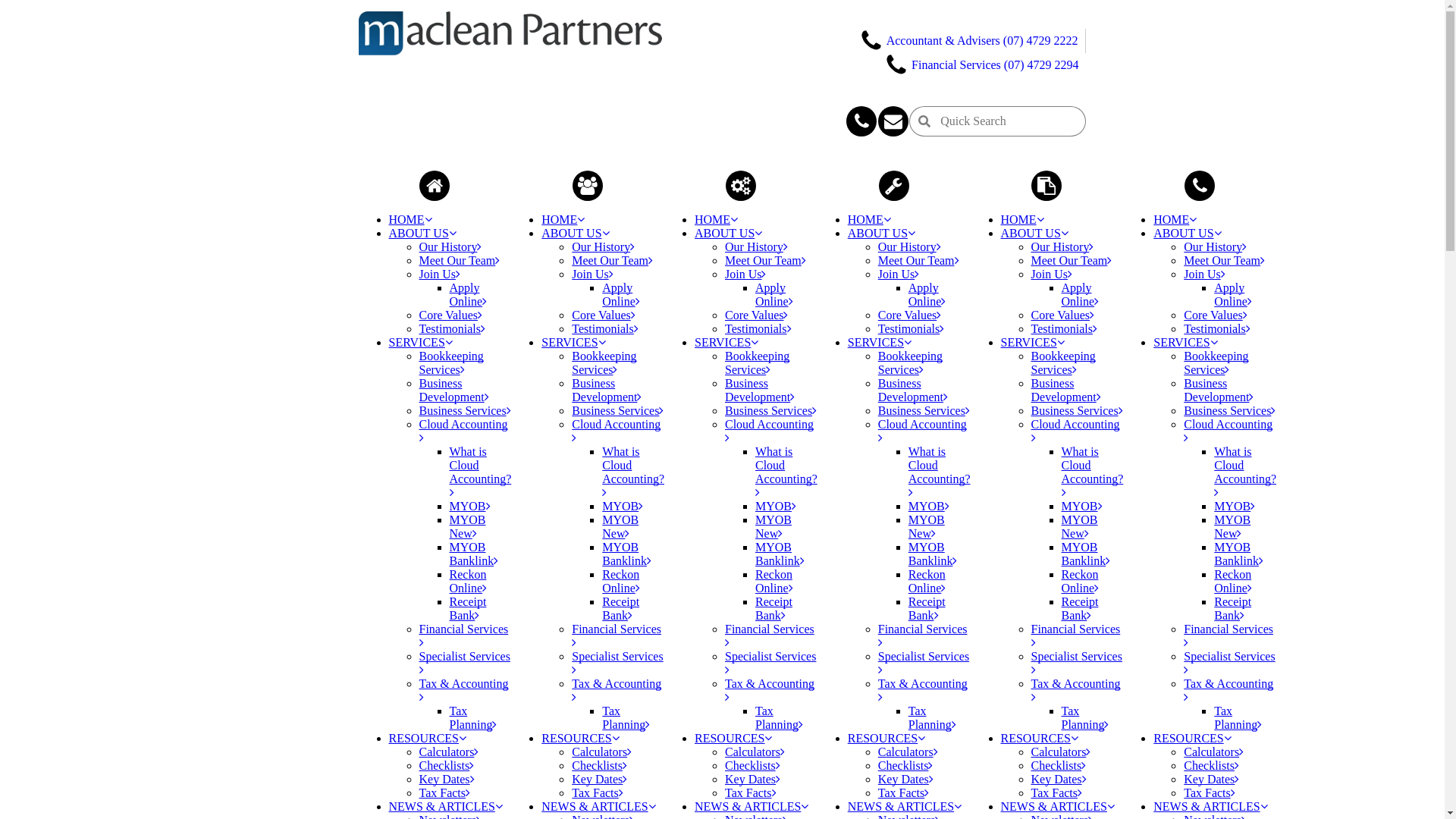 The height and width of the screenshot is (819, 1456). What do you see at coordinates (1228, 635) in the screenshot?
I see `'Financial Services'` at bounding box center [1228, 635].